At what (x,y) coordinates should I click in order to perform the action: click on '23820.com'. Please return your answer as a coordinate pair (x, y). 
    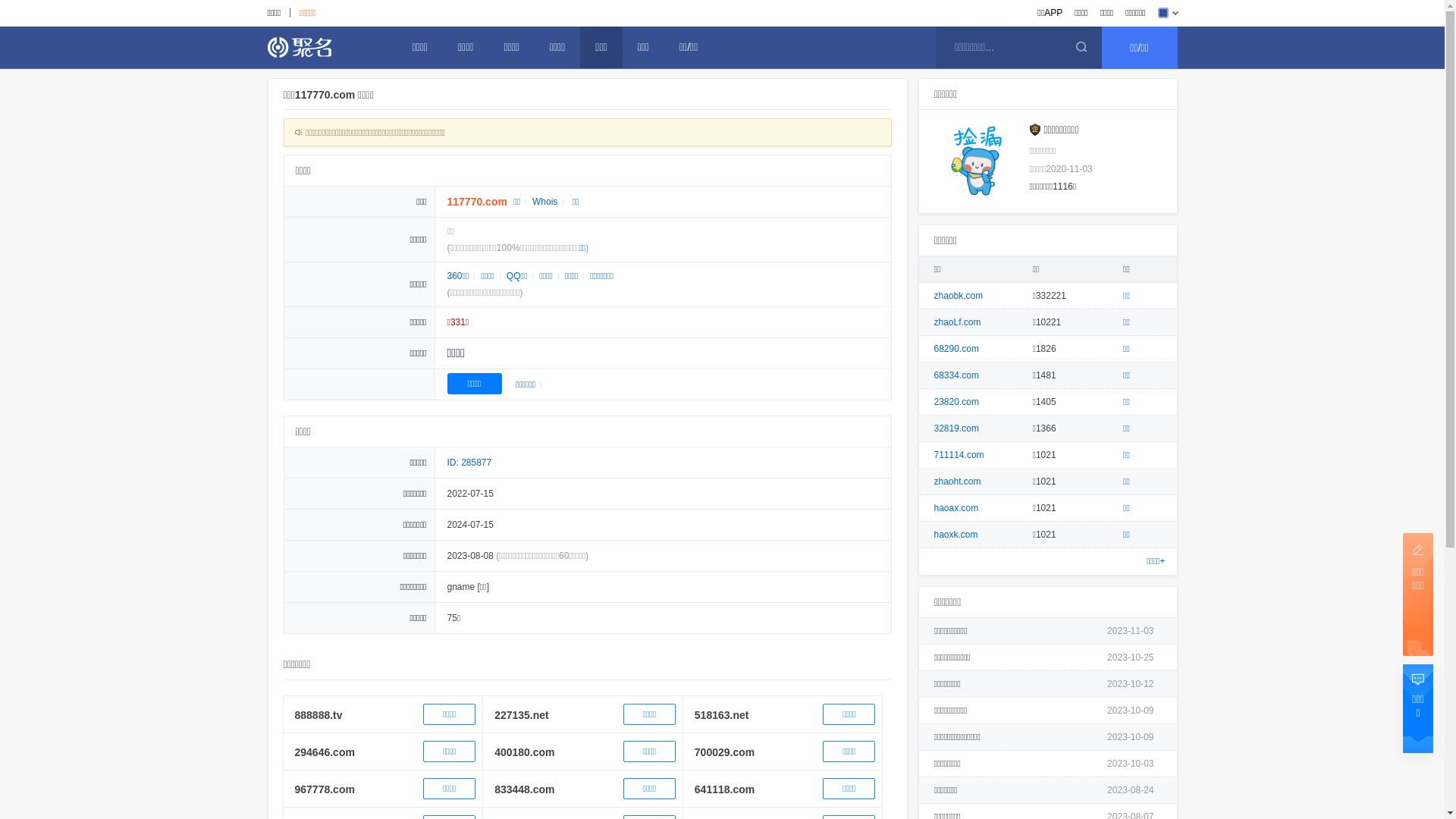
    Looking at the image, I should click on (955, 400).